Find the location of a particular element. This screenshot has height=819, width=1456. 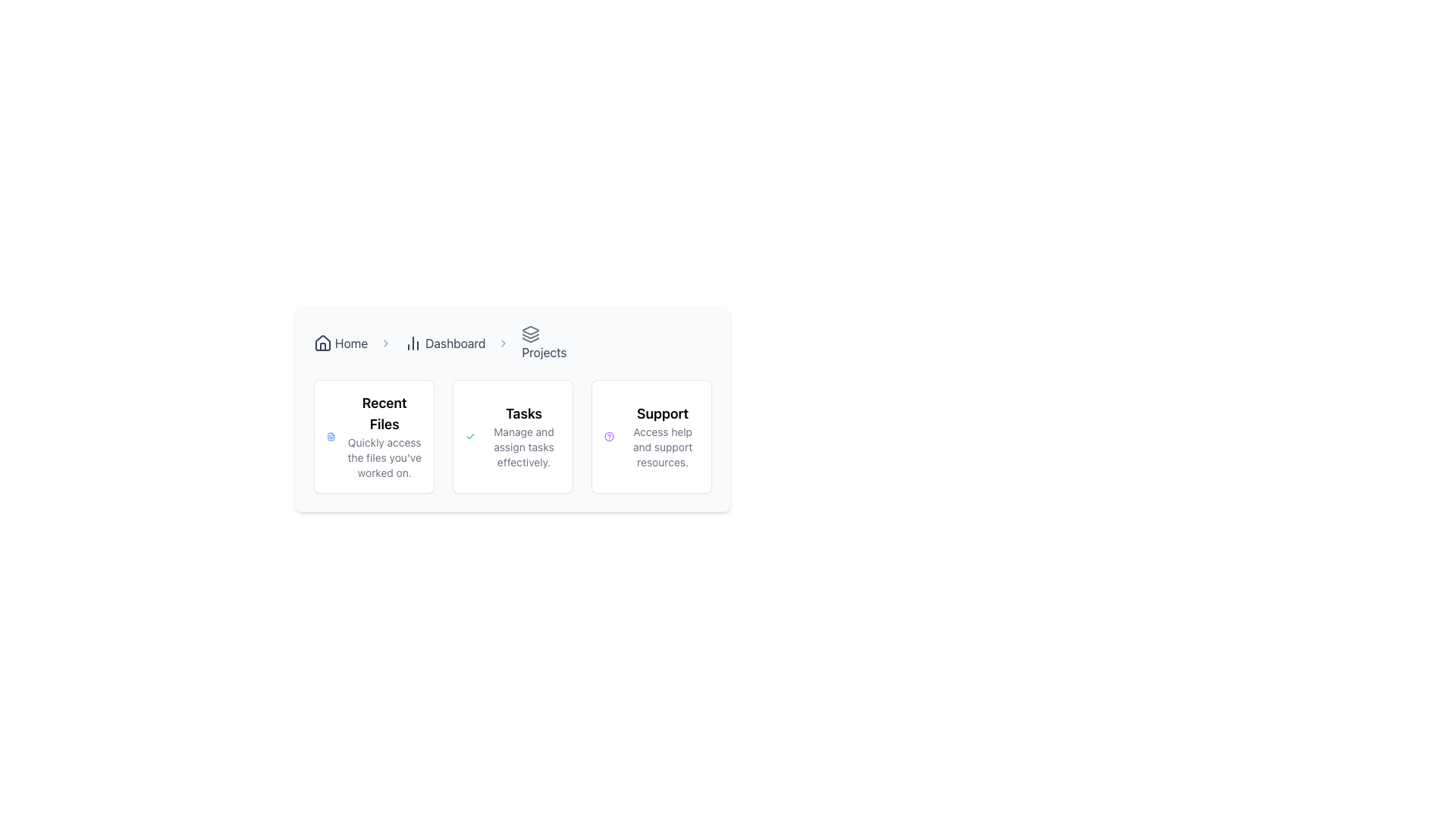

the central panel that serves as a dashboard for navigating to categorized sections such as tasks, files, and support is located at coordinates (513, 449).